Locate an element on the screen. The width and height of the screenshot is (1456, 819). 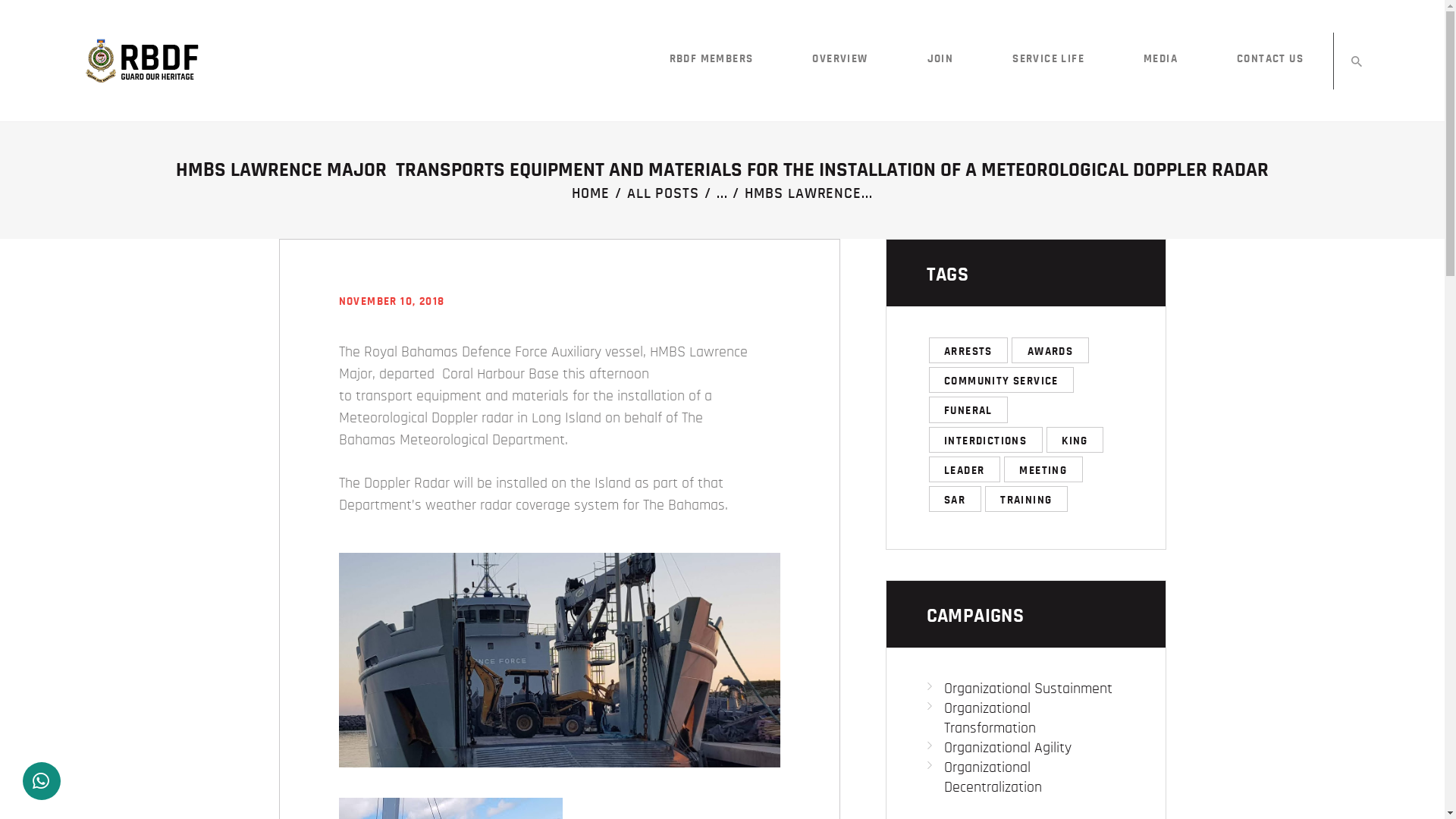
'CONTACT US' is located at coordinates (1270, 58).